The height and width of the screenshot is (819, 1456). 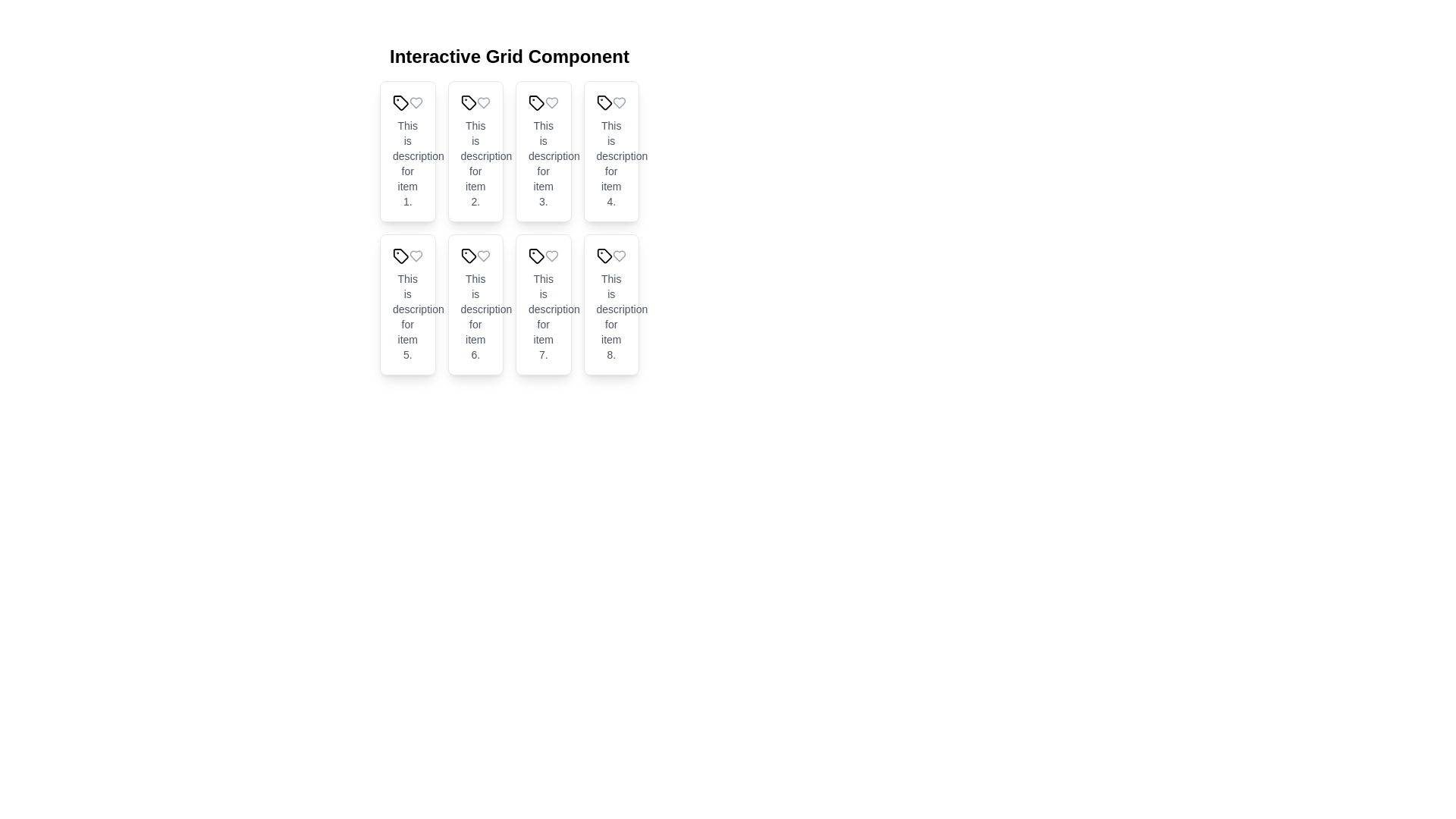 I want to click on descriptive text label that contains 'This is description for item 7.' located in the seventh tile of the grid layout, positioned below the icon and title, so click(x=543, y=315).